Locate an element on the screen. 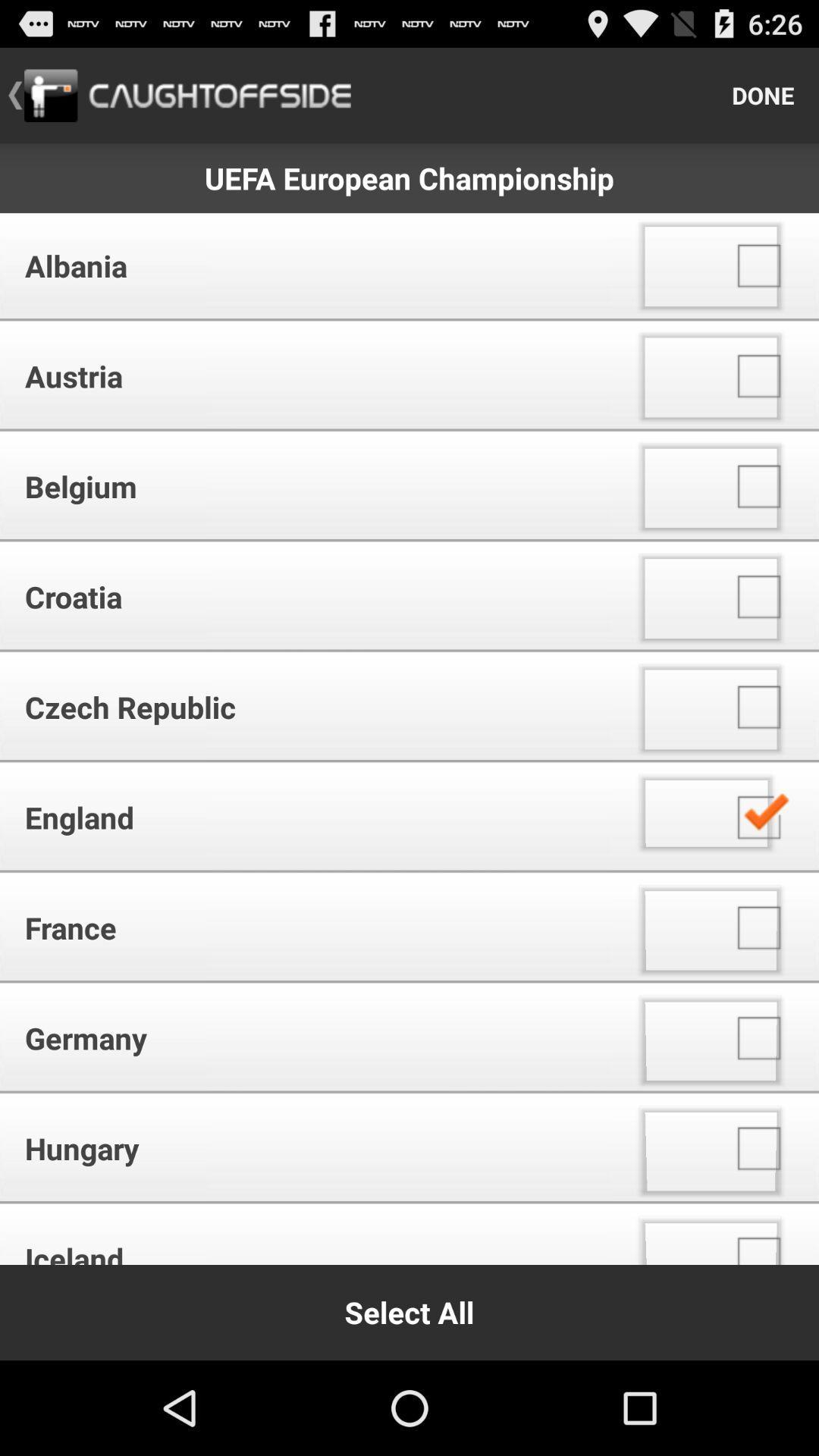 This screenshot has height=1456, width=819. the france app is located at coordinates (310, 927).